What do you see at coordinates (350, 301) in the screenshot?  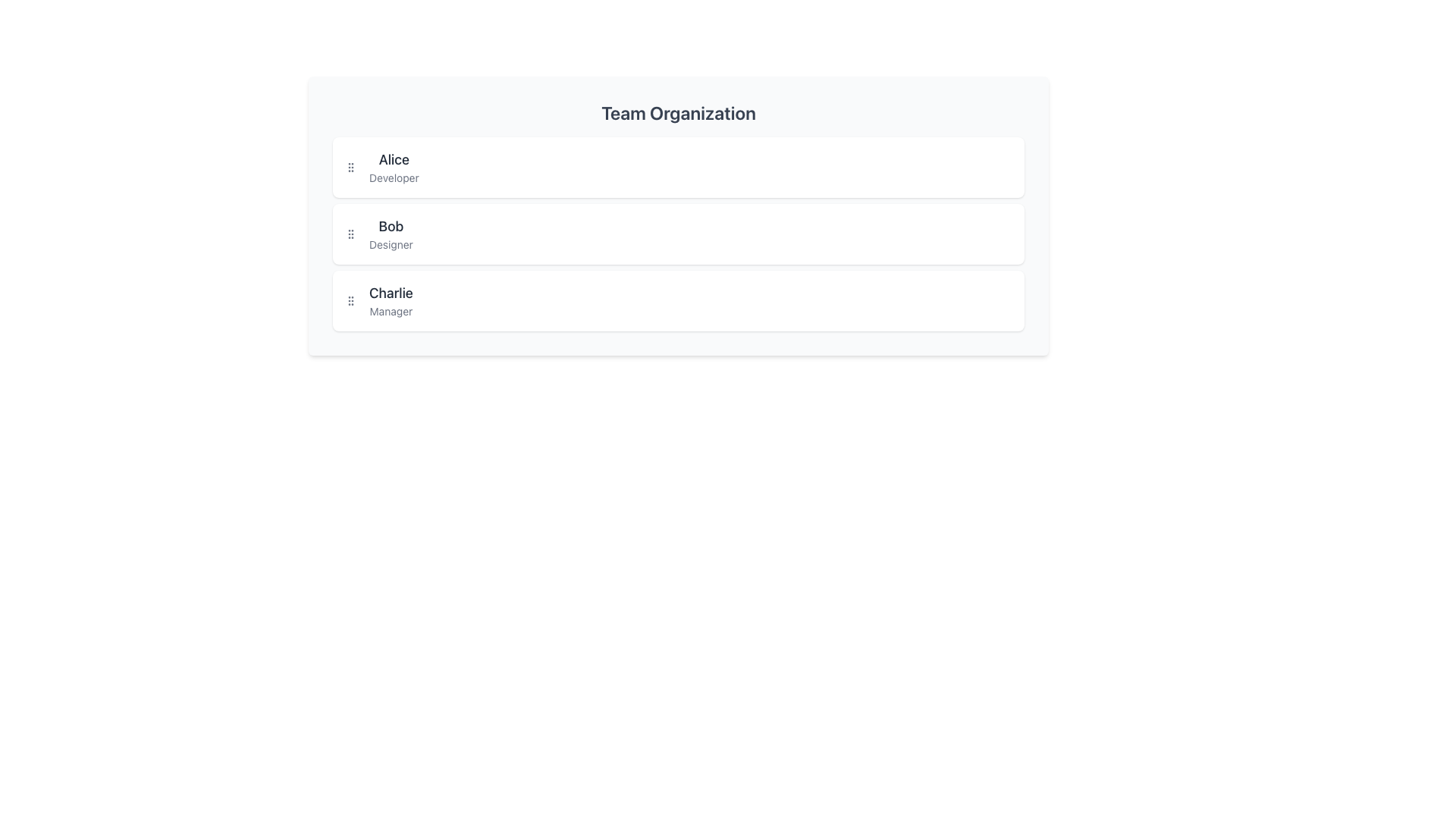 I see `the vertical drag handle icon consisting of two columns of small grey circles, located to the left of the username text for 'Charlie, Manager'` at bounding box center [350, 301].